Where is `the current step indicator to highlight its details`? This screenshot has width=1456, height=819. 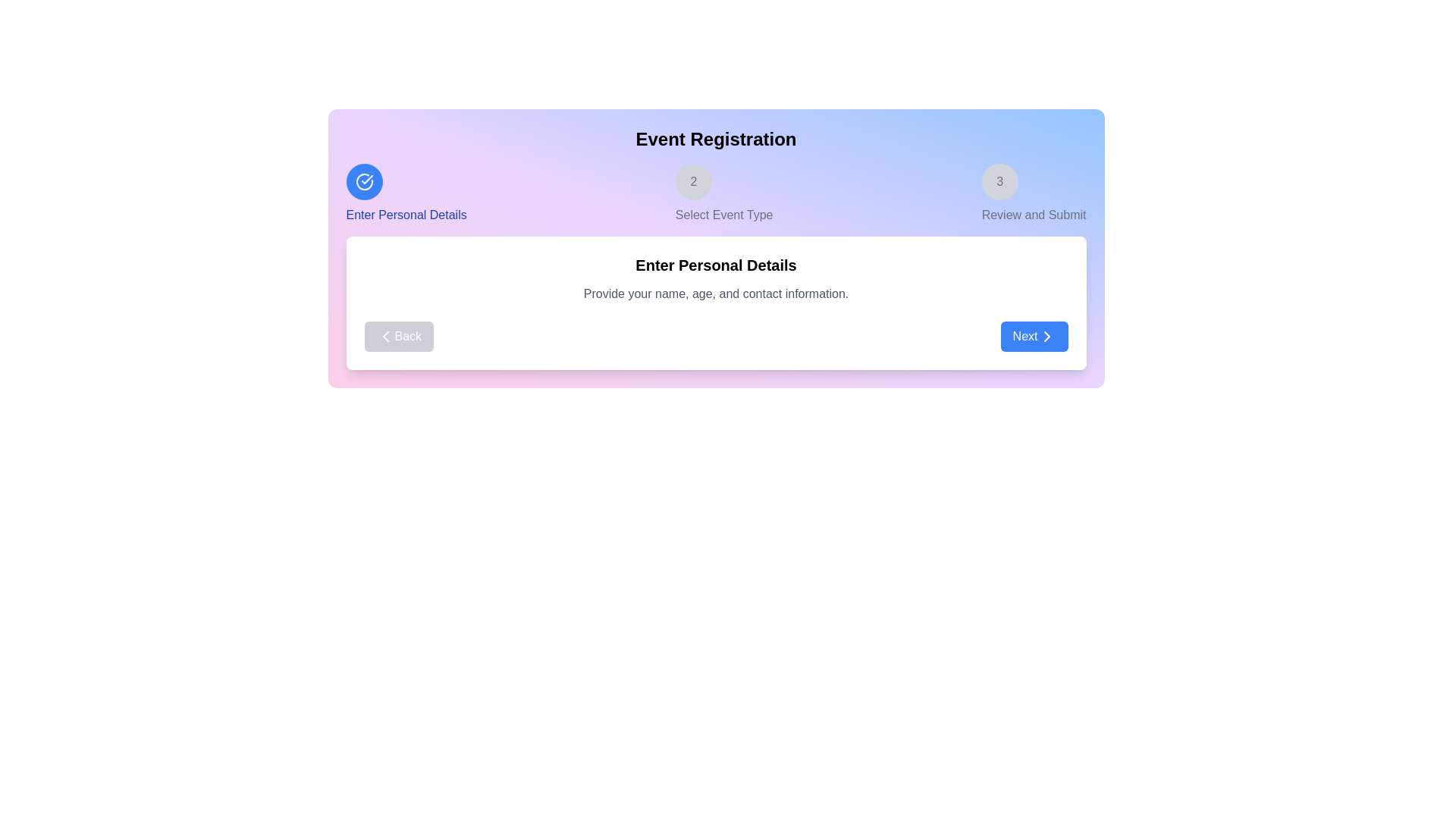
the current step indicator to highlight its details is located at coordinates (364, 180).